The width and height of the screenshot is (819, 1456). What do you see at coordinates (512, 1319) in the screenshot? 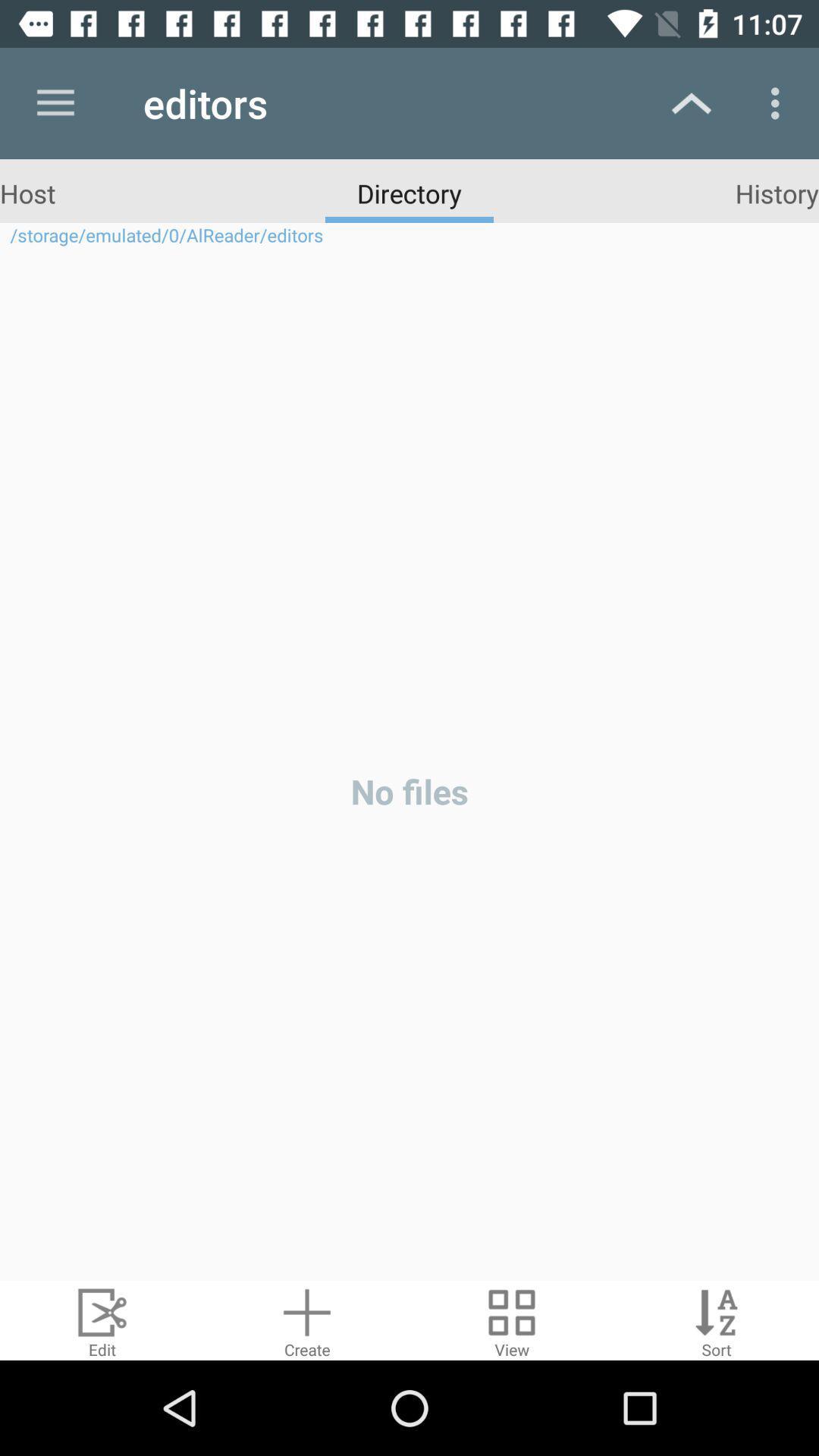
I see `type of visualization` at bounding box center [512, 1319].